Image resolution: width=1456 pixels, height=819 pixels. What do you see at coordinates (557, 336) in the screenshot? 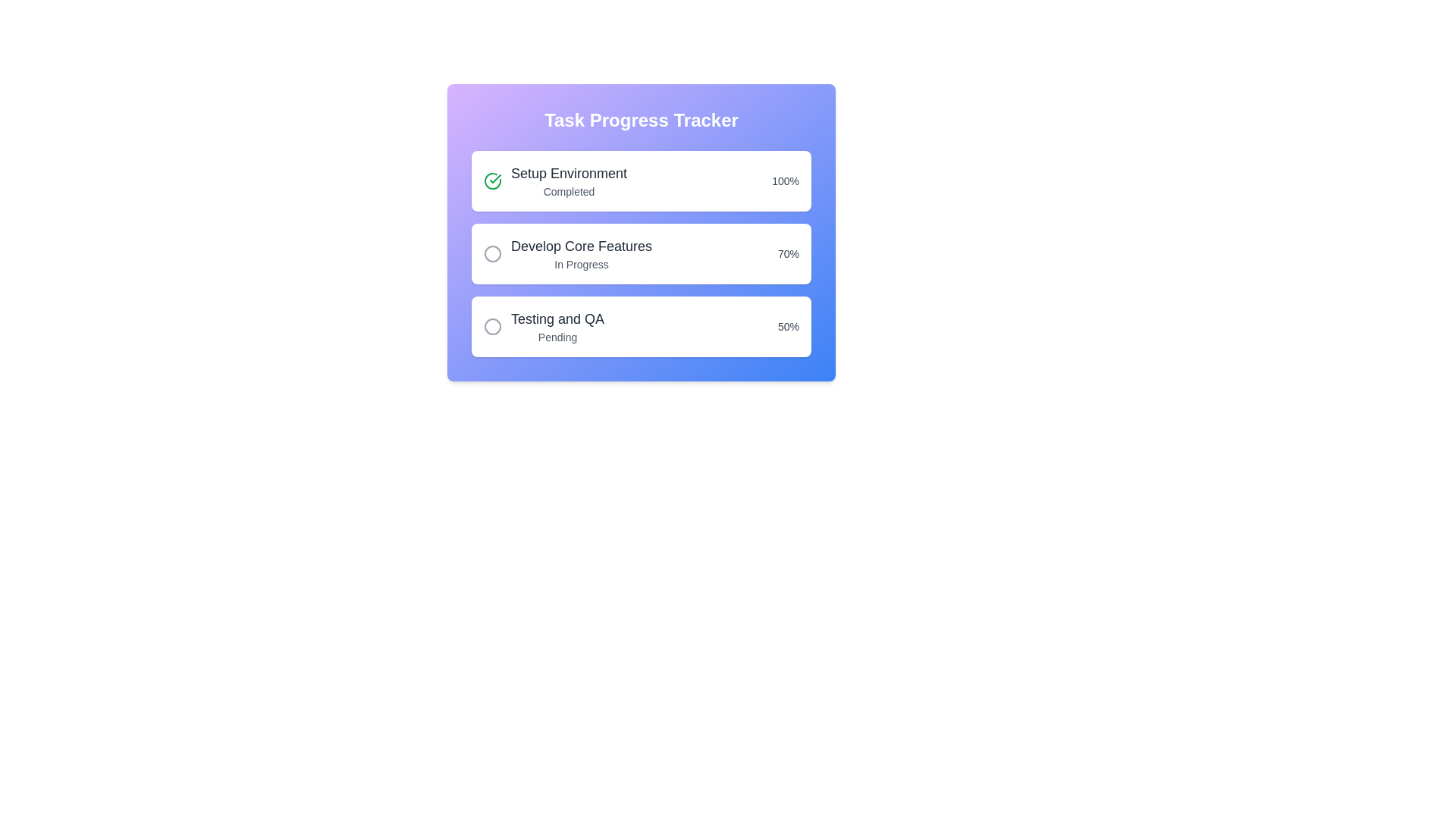
I see `the 'Pending' label located below the 'Testing and QA' heading in the progress tracker interface` at bounding box center [557, 336].